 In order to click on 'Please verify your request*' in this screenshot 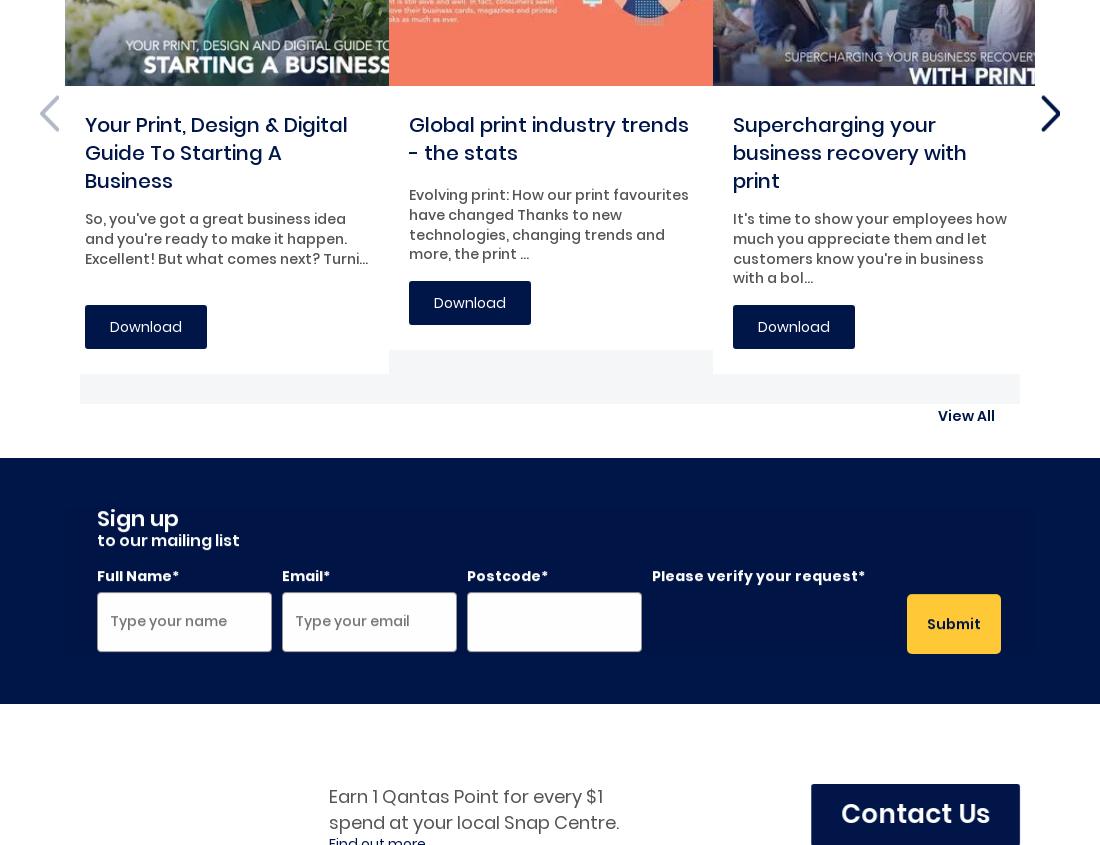, I will do `click(757, 575)`.